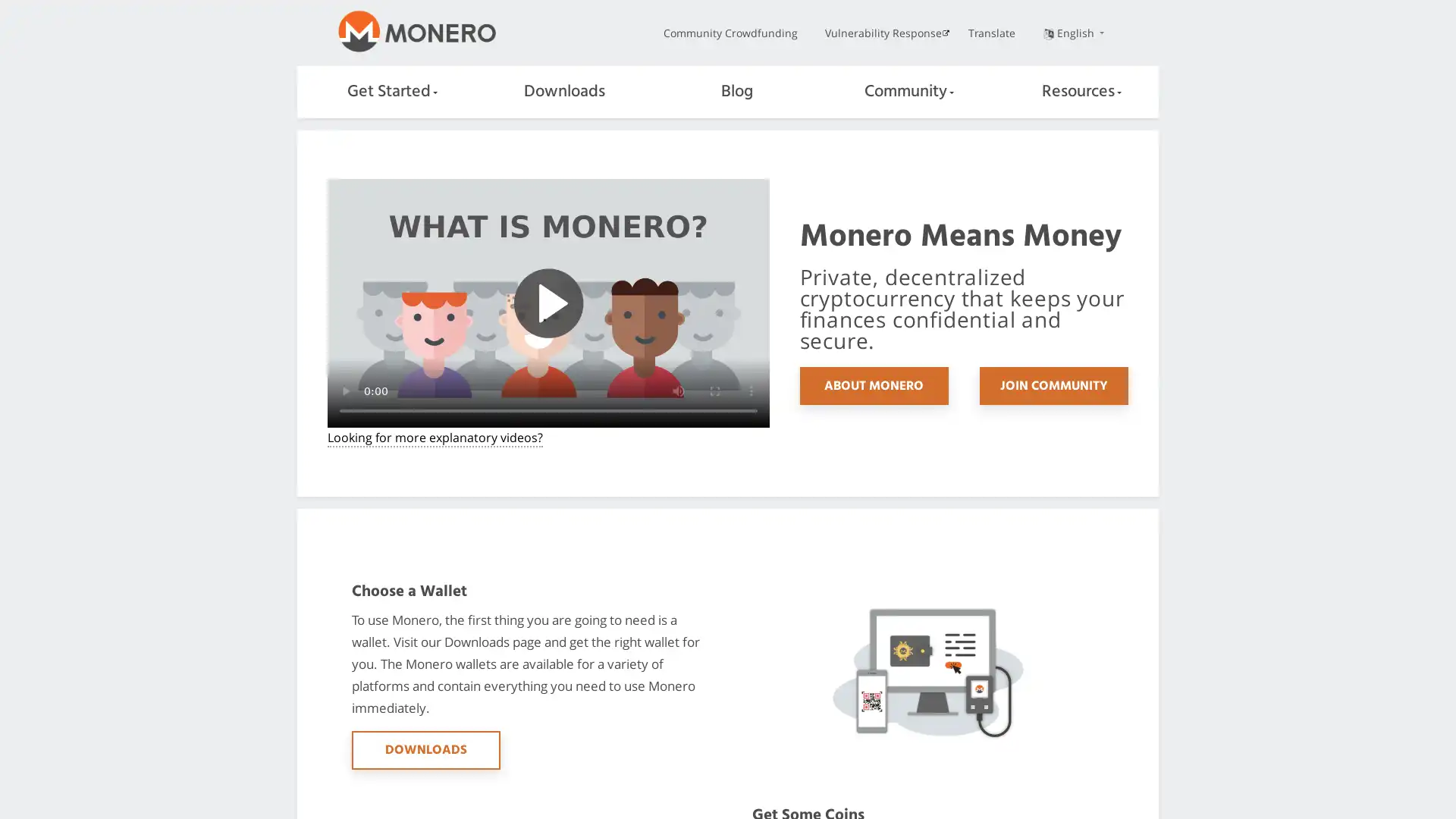  Describe the element at coordinates (676, 391) in the screenshot. I see `mute` at that location.